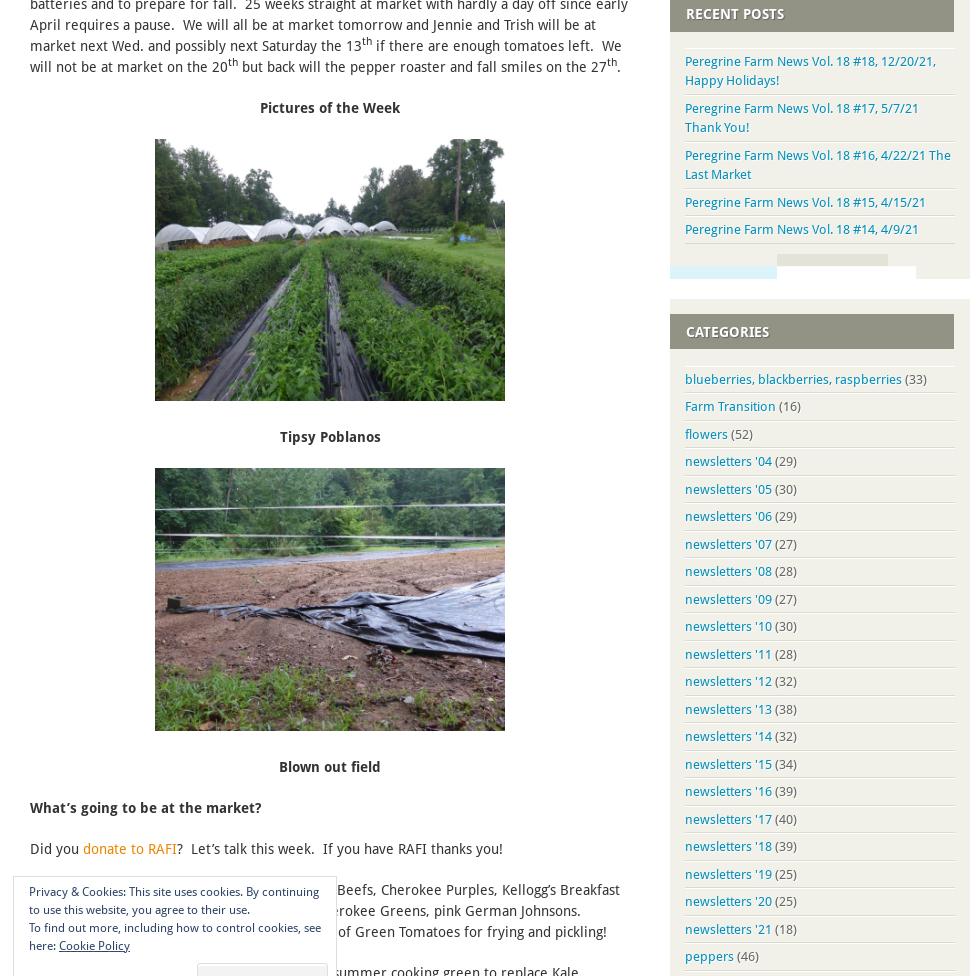 The height and width of the screenshot is (976, 980). I want to click on 'newsletters '20', so click(685, 900).